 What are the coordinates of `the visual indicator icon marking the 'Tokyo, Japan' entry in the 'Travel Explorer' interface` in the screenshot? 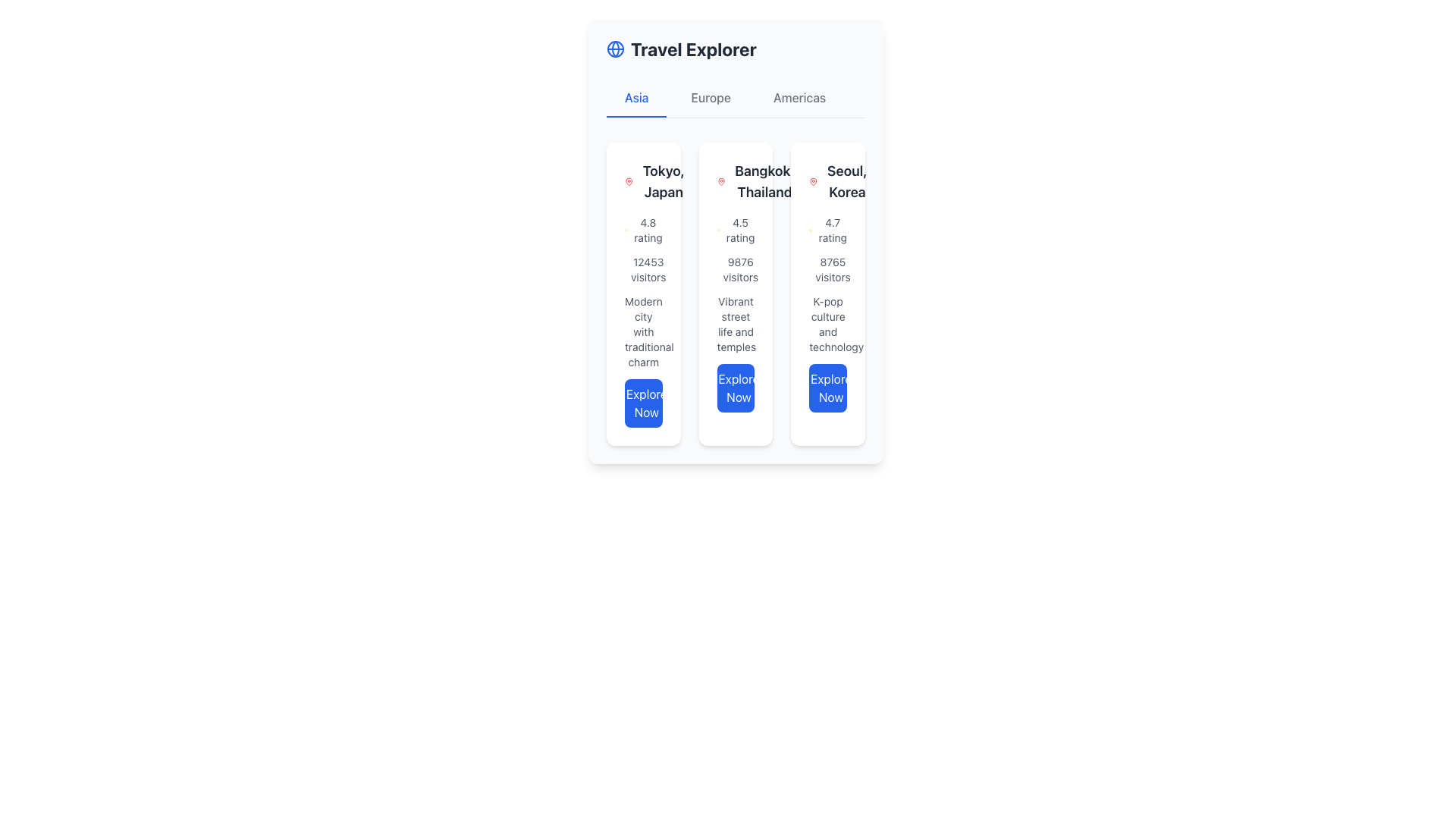 It's located at (629, 180).